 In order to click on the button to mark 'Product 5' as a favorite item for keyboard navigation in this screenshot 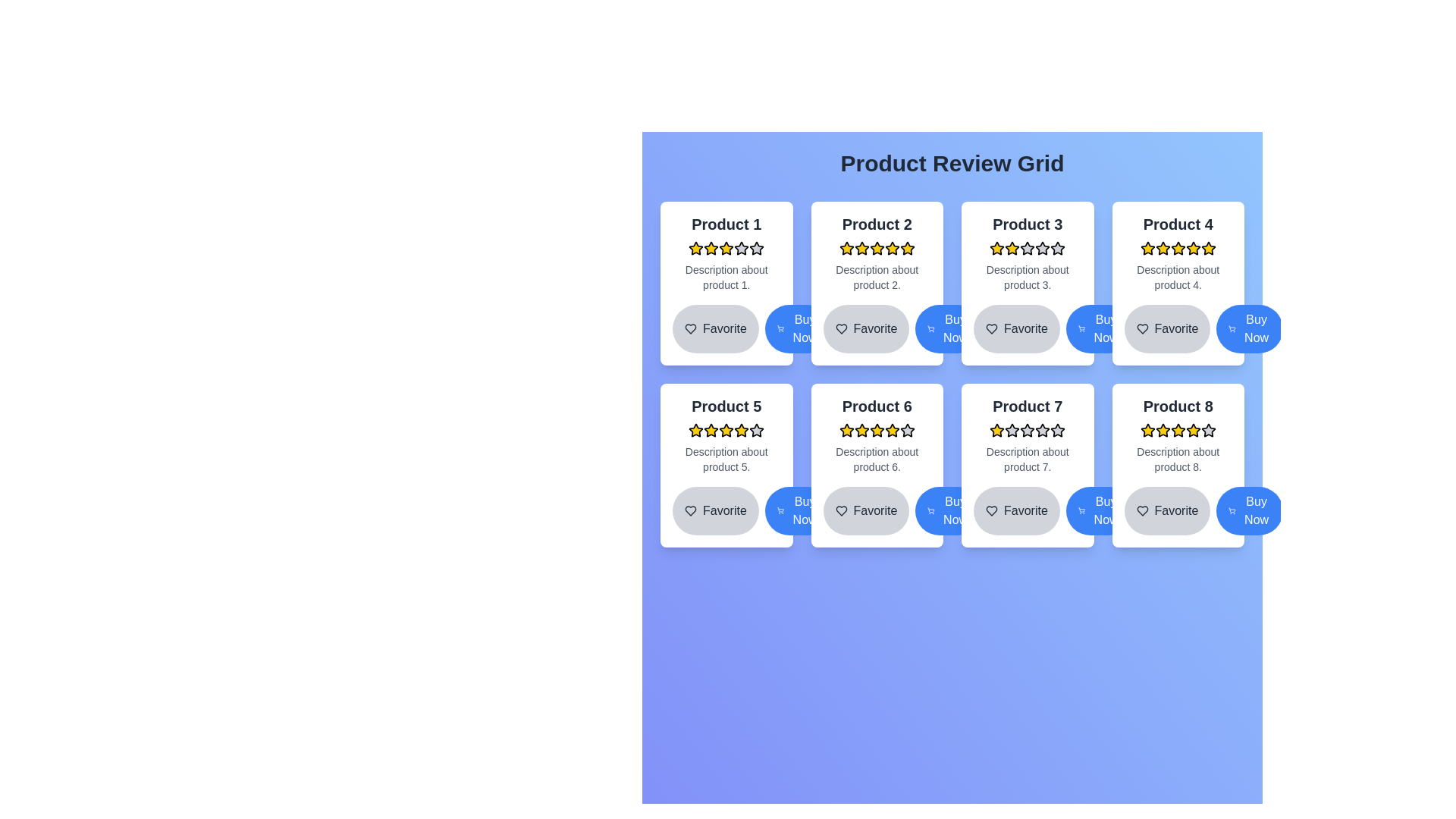, I will do `click(726, 511)`.